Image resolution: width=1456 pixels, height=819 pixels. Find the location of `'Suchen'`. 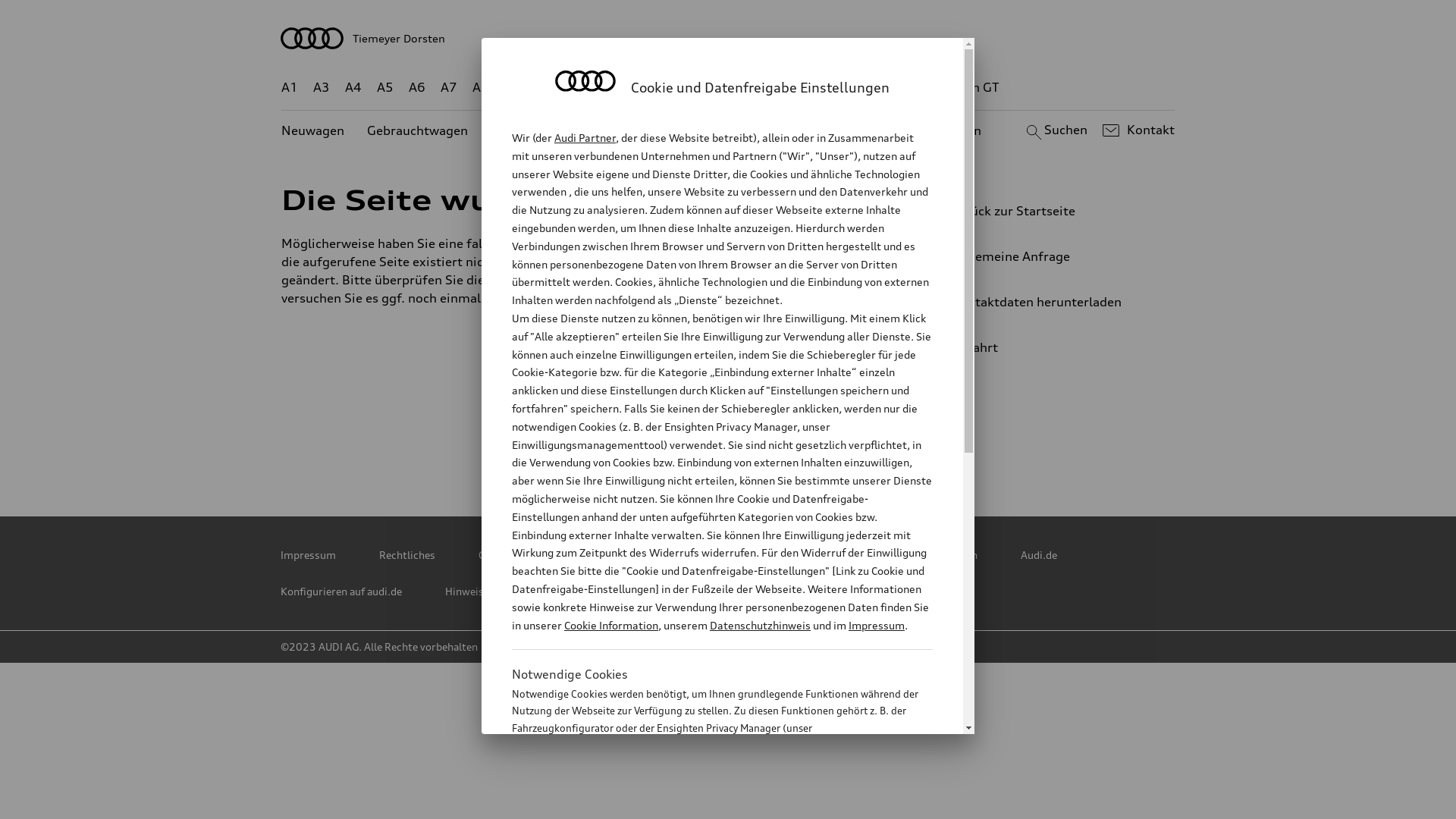

'Suchen' is located at coordinates (1053, 130).